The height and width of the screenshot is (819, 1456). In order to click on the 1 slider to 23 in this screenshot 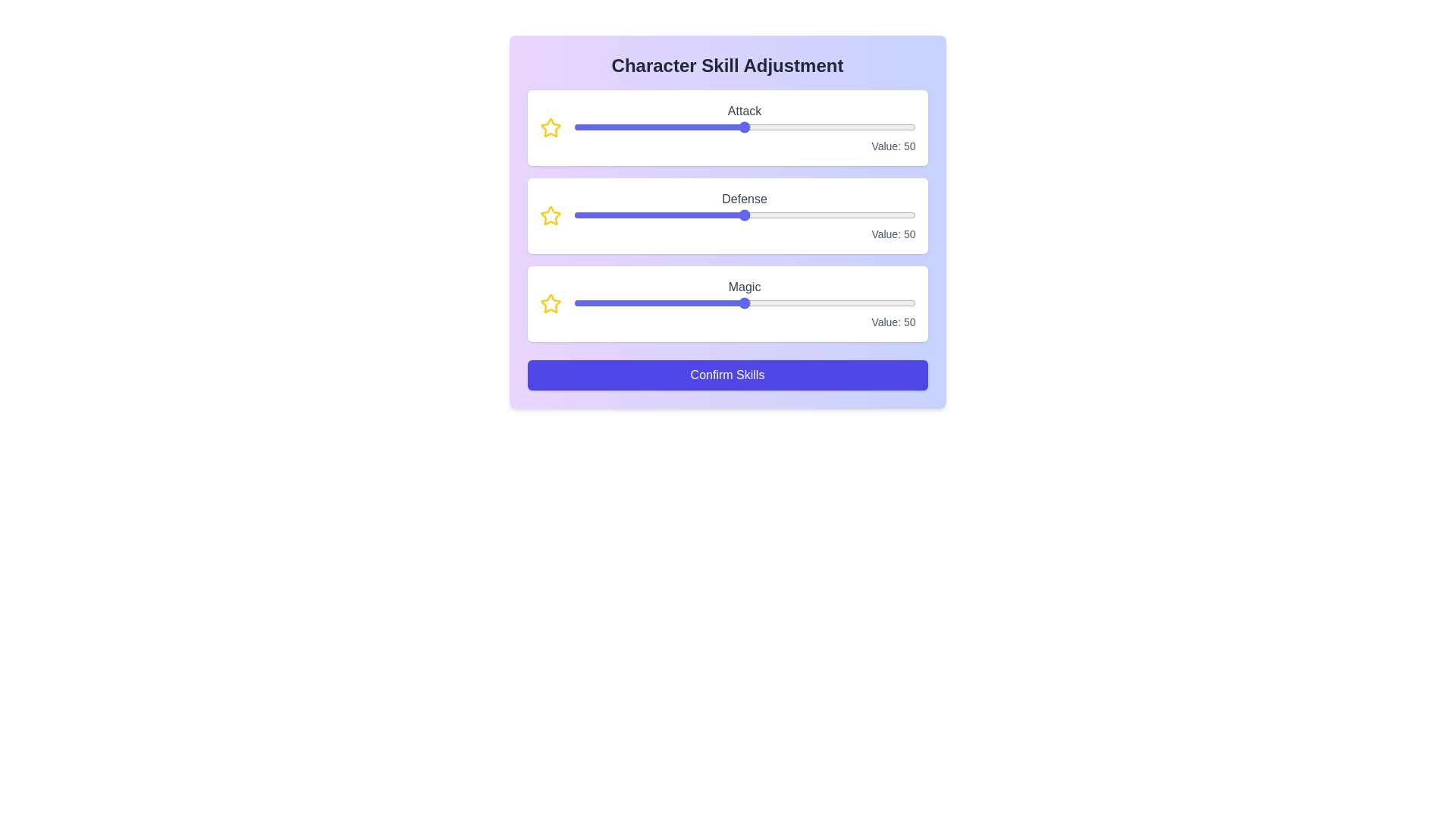, I will do `click(783, 215)`.